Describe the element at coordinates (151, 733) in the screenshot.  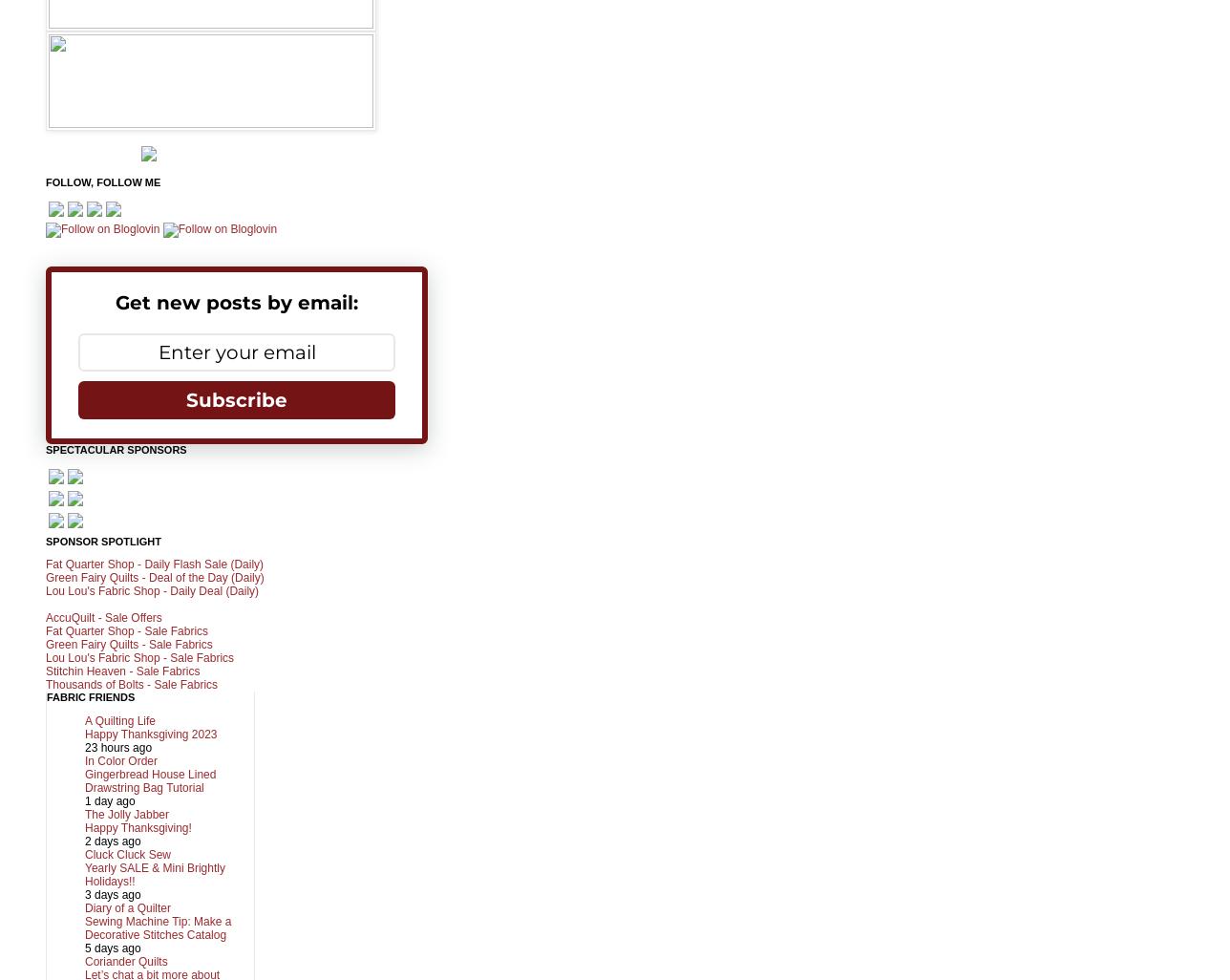
I see `'Happy Thanksgiving 2023'` at that location.